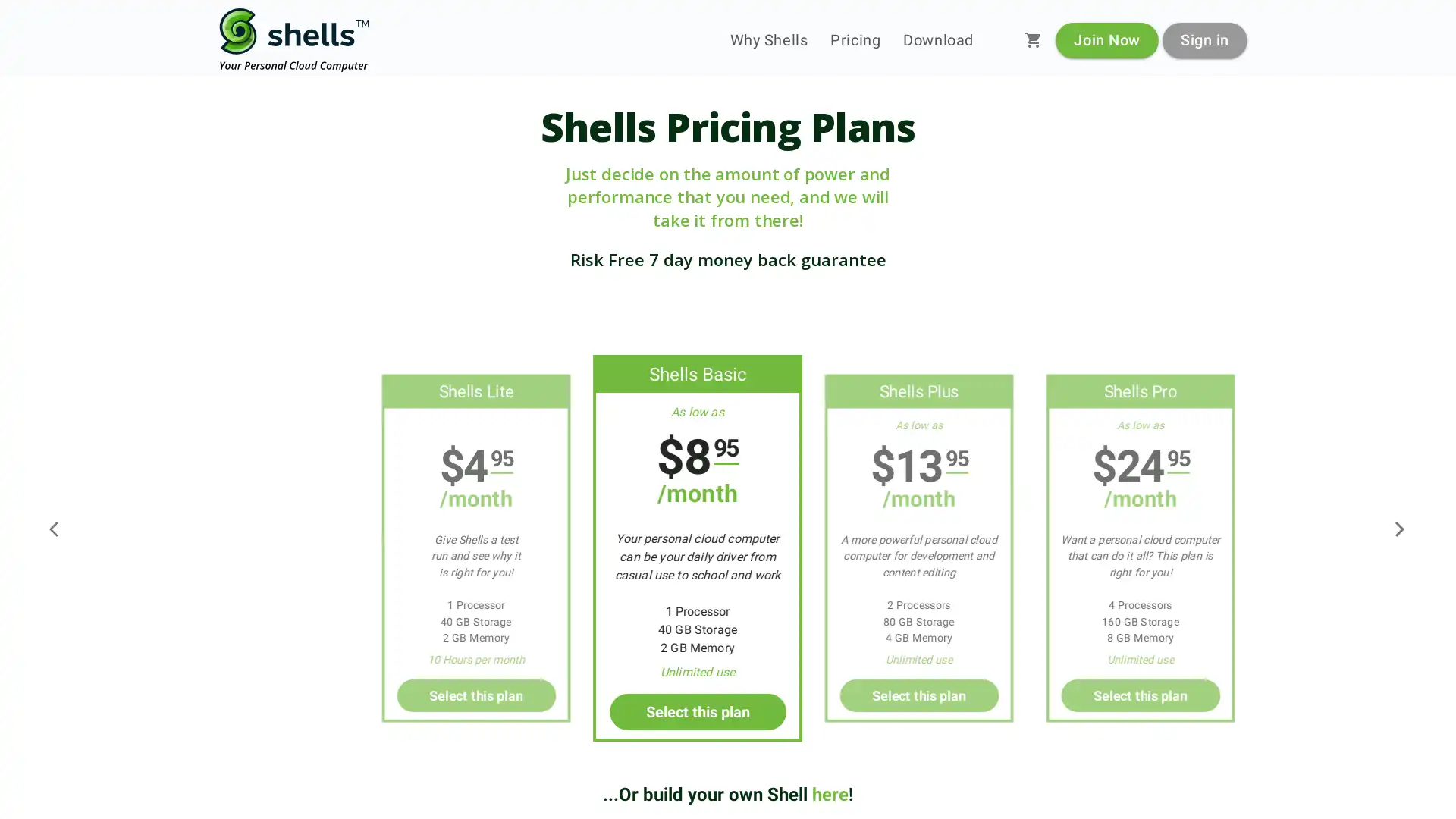 This screenshot has width=1456, height=819. I want to click on Join Now, so click(1106, 39).